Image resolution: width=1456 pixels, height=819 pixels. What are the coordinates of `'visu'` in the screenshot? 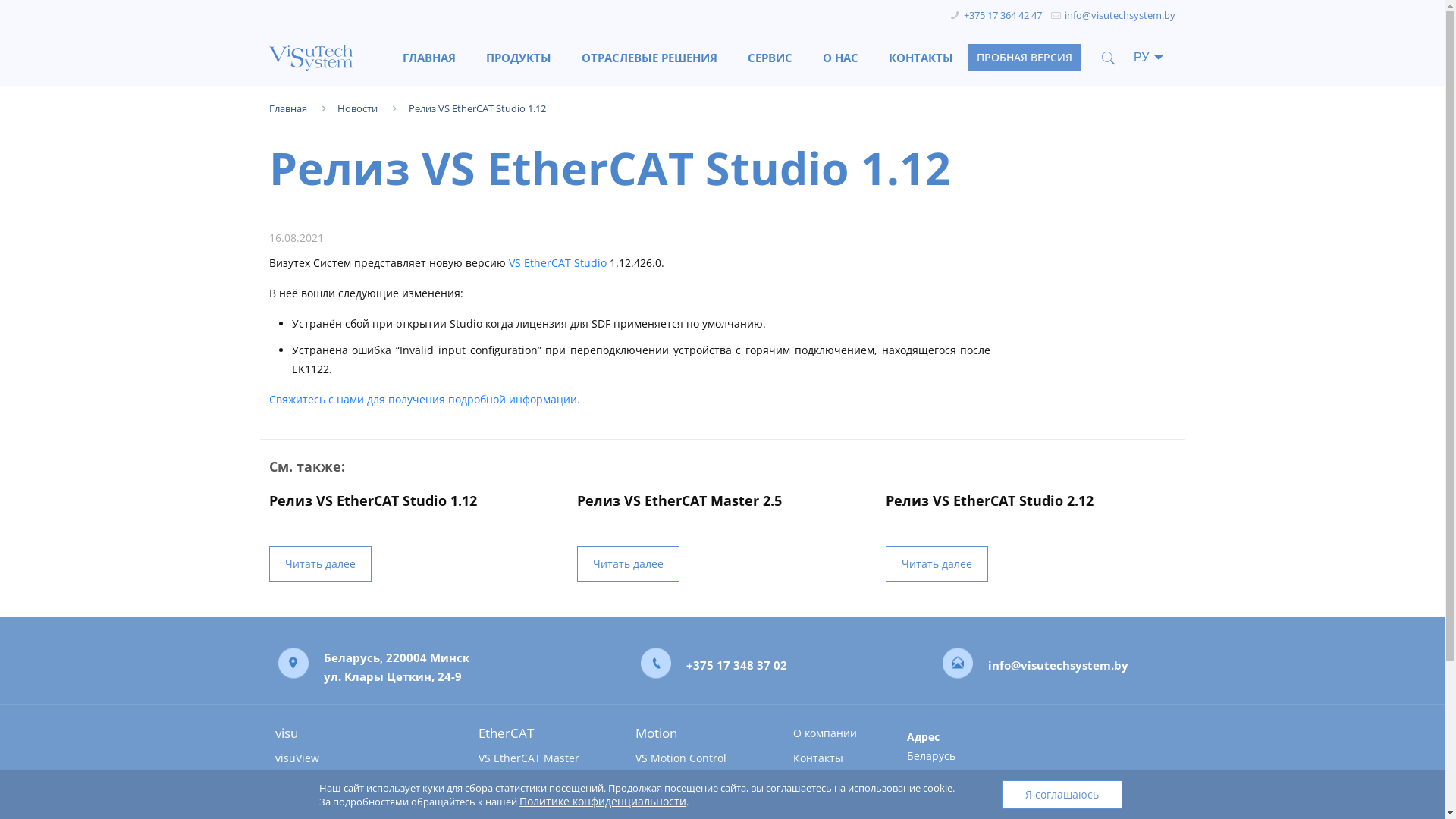 It's located at (359, 732).